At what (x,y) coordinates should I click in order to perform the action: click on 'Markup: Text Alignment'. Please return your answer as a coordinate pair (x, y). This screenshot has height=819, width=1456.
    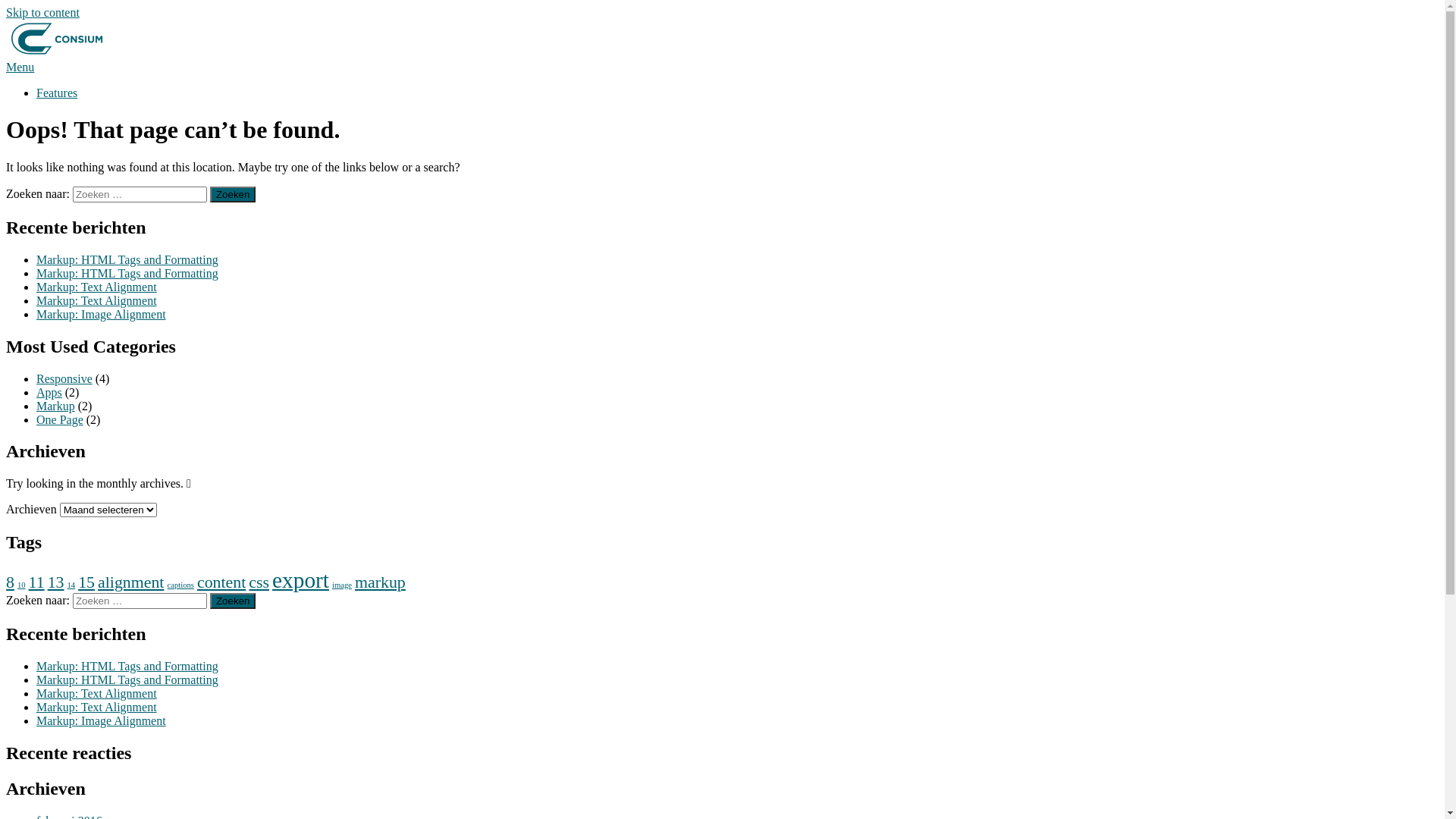
    Looking at the image, I should click on (36, 287).